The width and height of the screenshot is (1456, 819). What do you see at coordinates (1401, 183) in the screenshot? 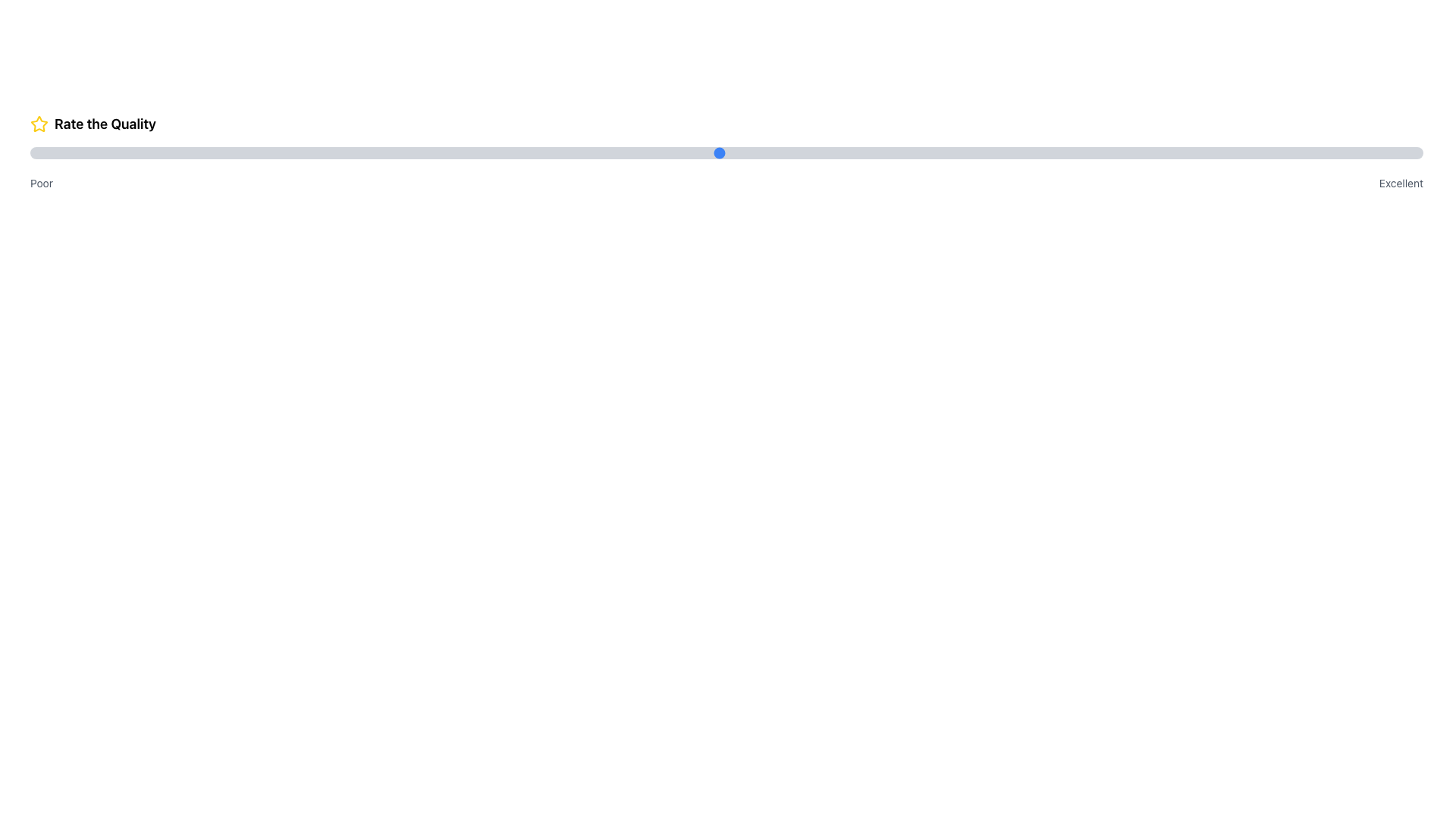
I see `the 'Excellent' static text label located at the far right of the rating scale` at bounding box center [1401, 183].